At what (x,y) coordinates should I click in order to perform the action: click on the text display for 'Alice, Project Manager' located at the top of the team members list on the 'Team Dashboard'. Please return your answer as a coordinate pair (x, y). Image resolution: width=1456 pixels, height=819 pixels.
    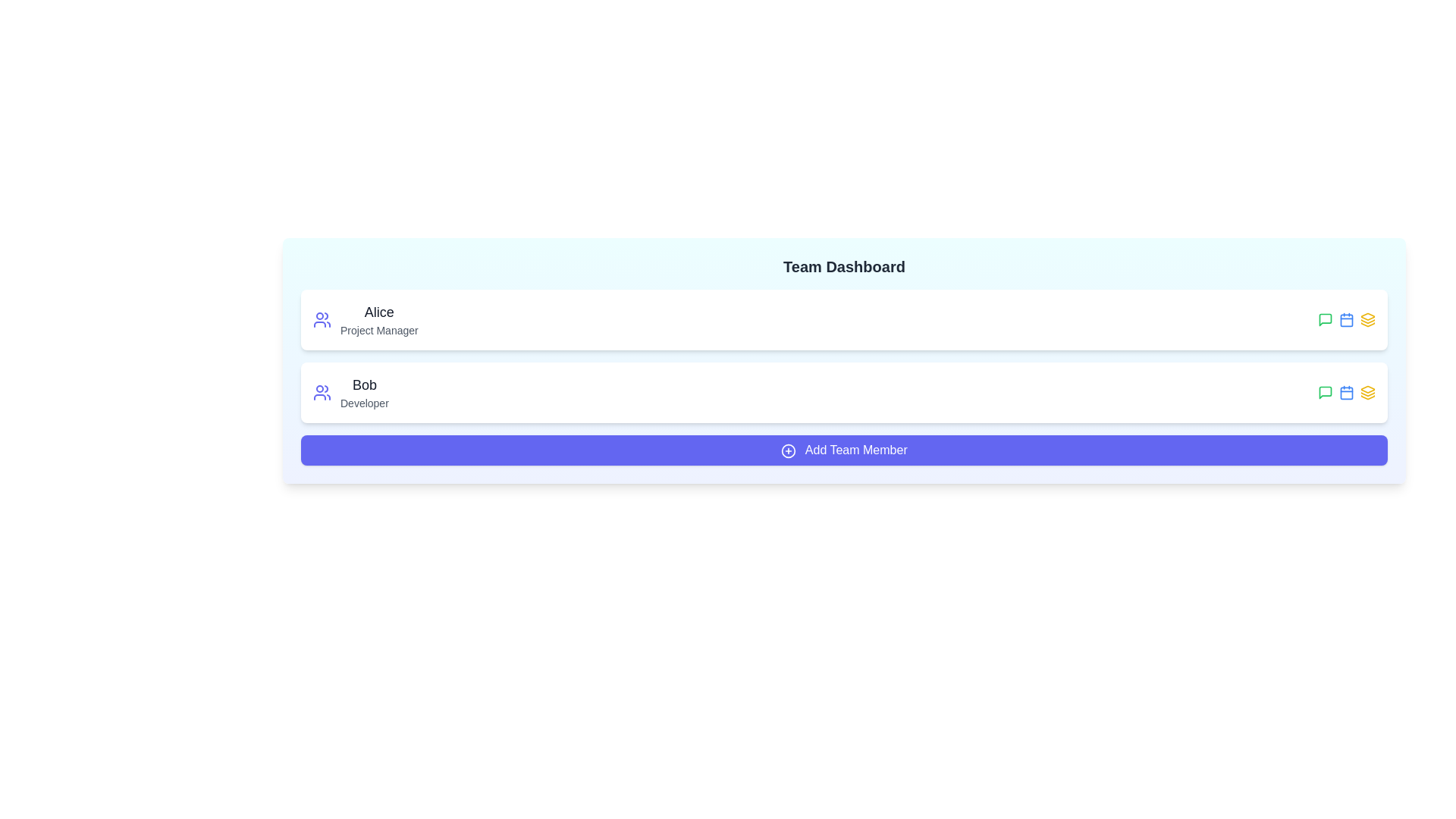
    Looking at the image, I should click on (379, 318).